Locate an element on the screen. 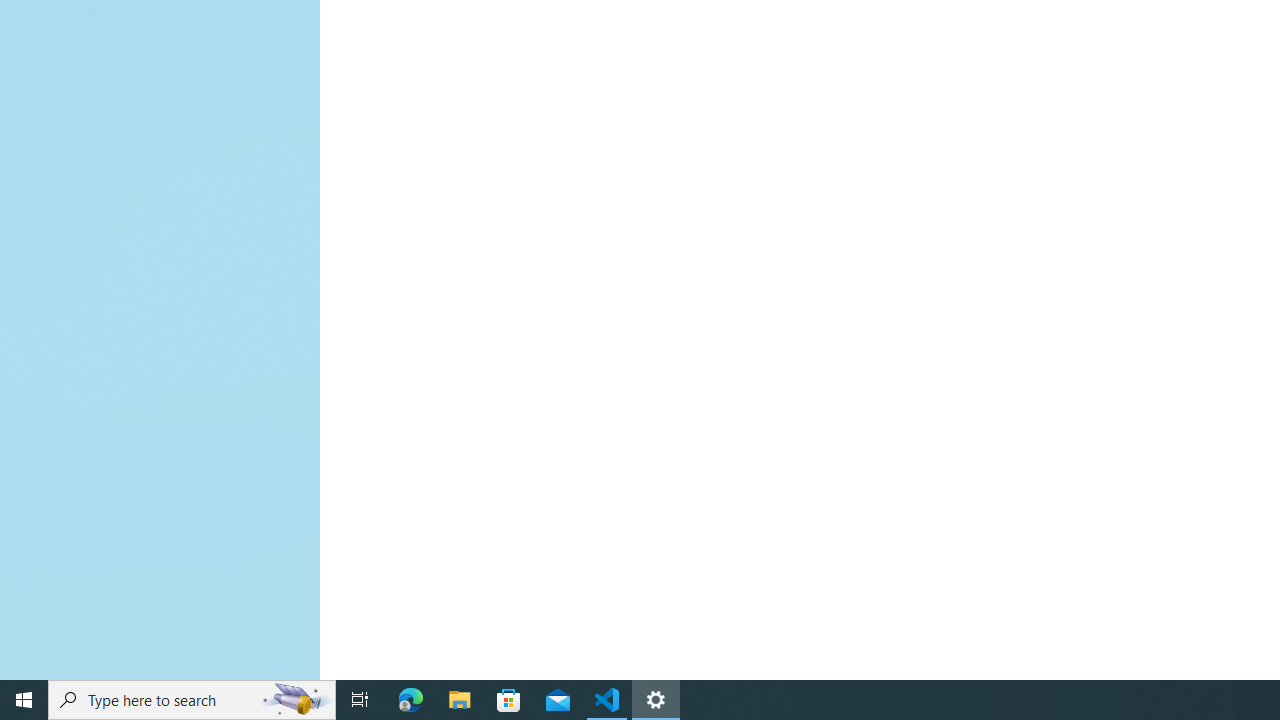 The width and height of the screenshot is (1280, 720). 'Microsoft Edge' is located at coordinates (410, 698).